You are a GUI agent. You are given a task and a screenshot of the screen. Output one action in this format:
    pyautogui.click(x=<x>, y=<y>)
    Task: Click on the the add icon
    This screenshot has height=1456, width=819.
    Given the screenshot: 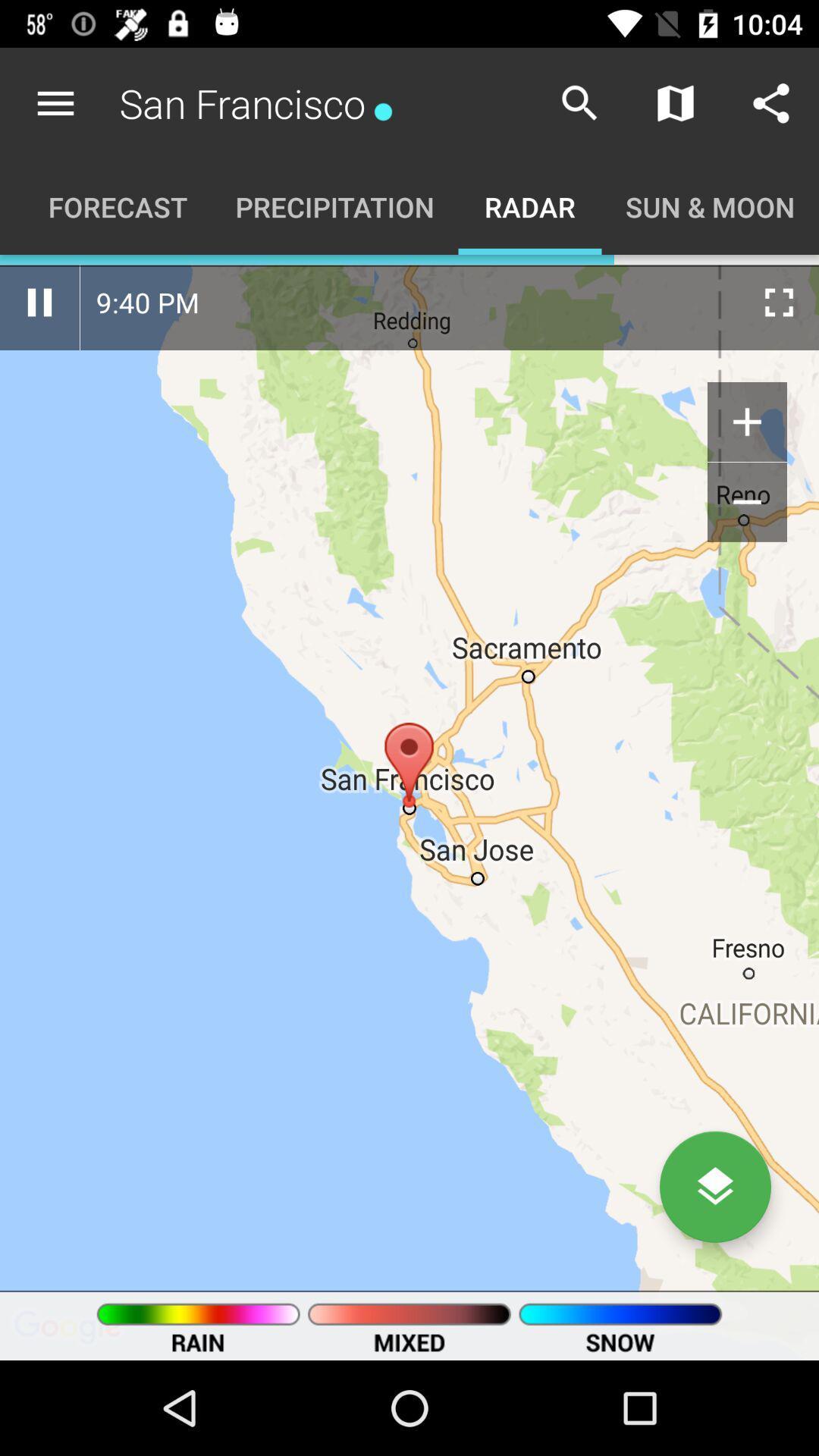 What is the action you would take?
    pyautogui.click(x=746, y=422)
    